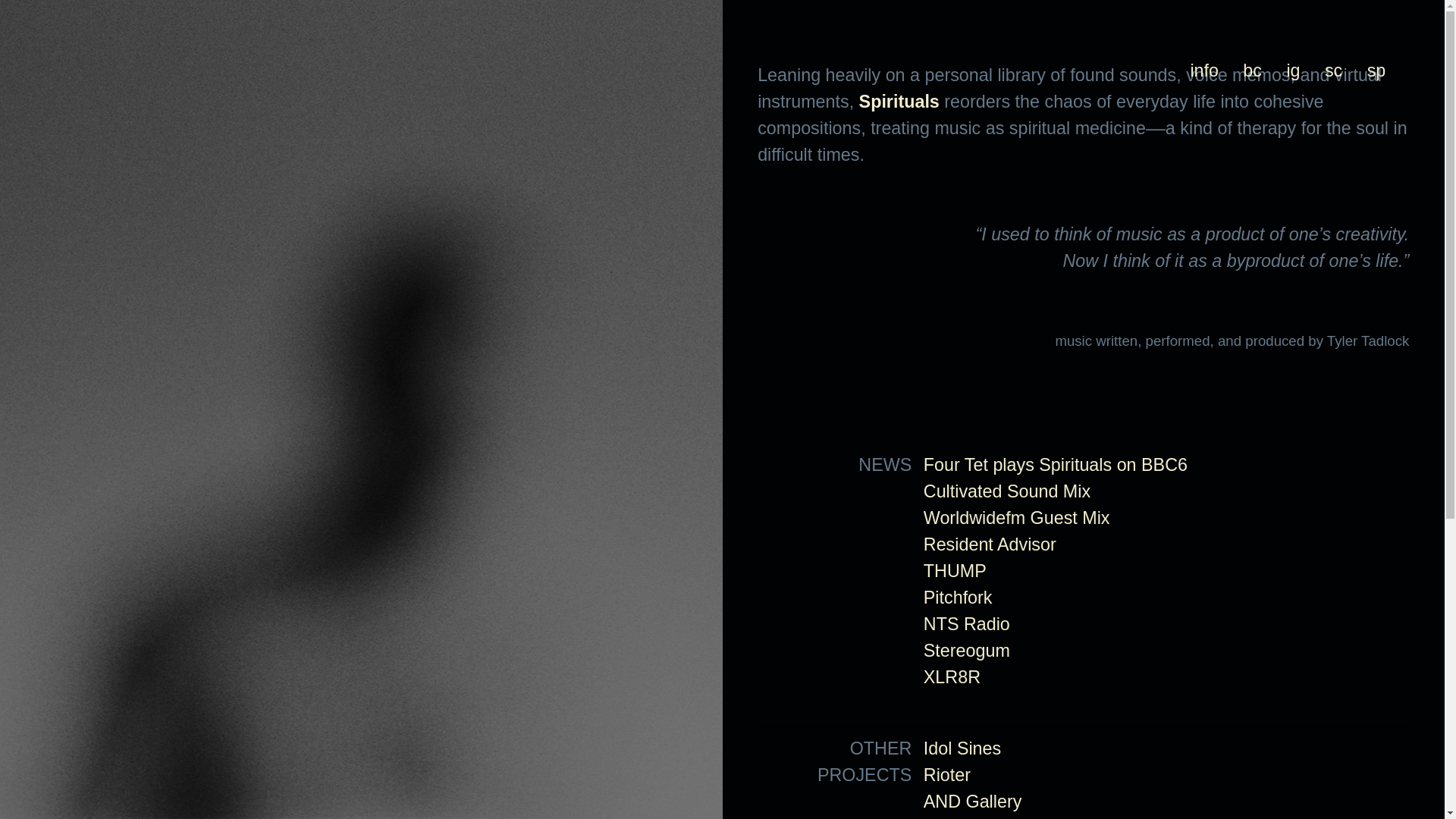  I want to click on 'sc', so click(1332, 71).